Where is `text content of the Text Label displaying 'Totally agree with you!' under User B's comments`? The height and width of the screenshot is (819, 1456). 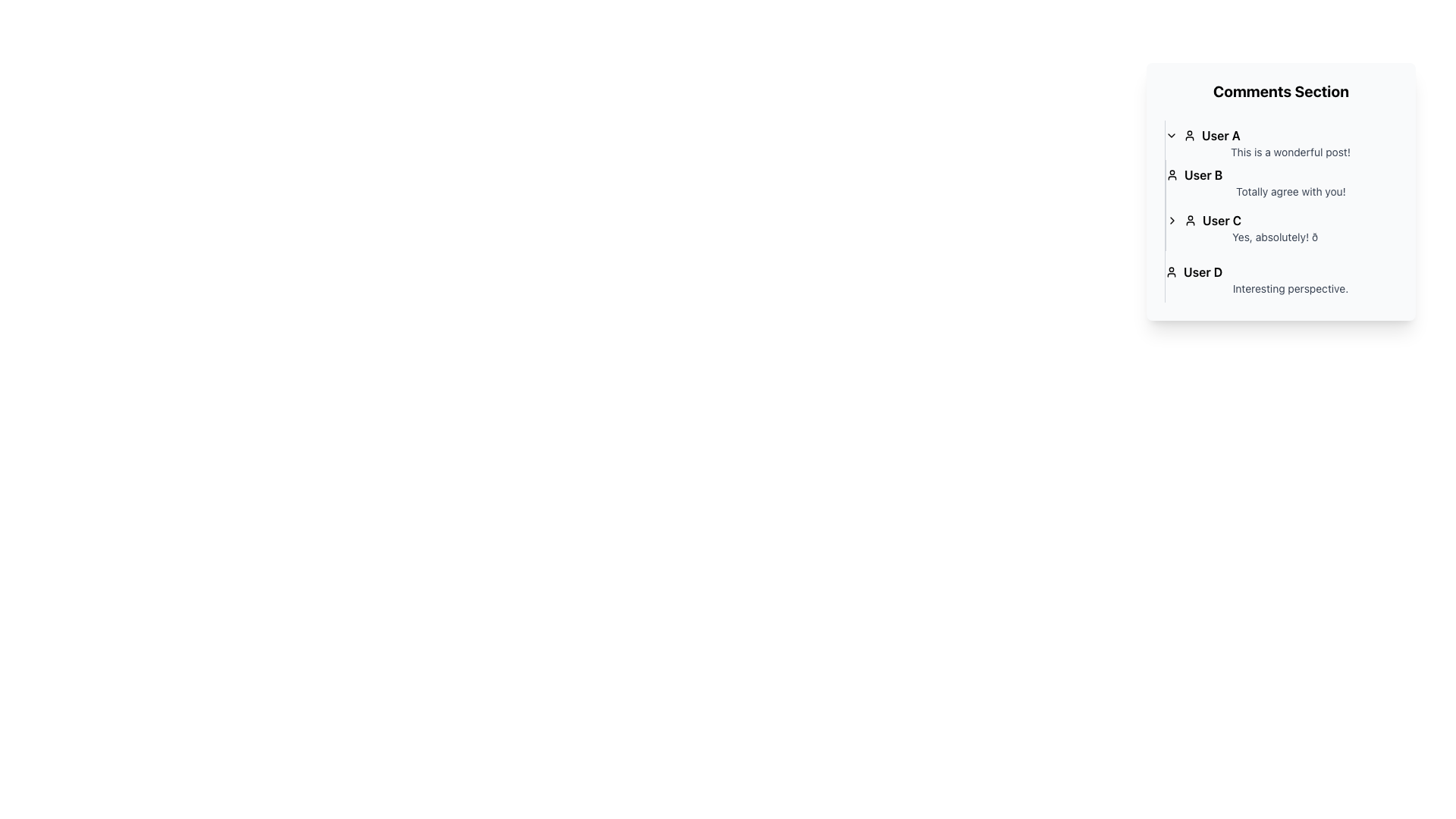 text content of the Text Label displaying 'Totally agree with you!' under User B's comments is located at coordinates (1281, 191).